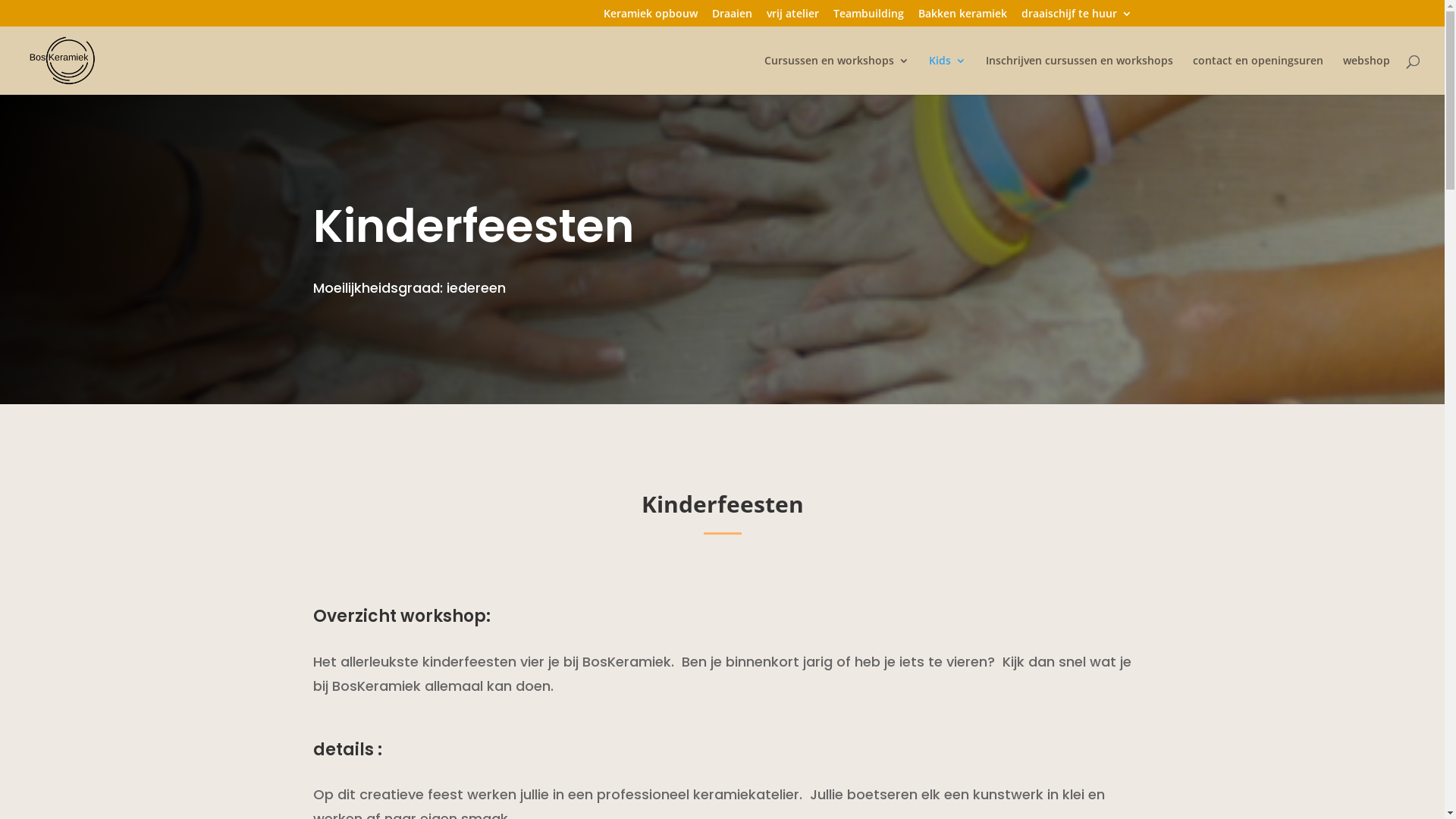  I want to click on 'Keramiek opbouw', so click(651, 17).